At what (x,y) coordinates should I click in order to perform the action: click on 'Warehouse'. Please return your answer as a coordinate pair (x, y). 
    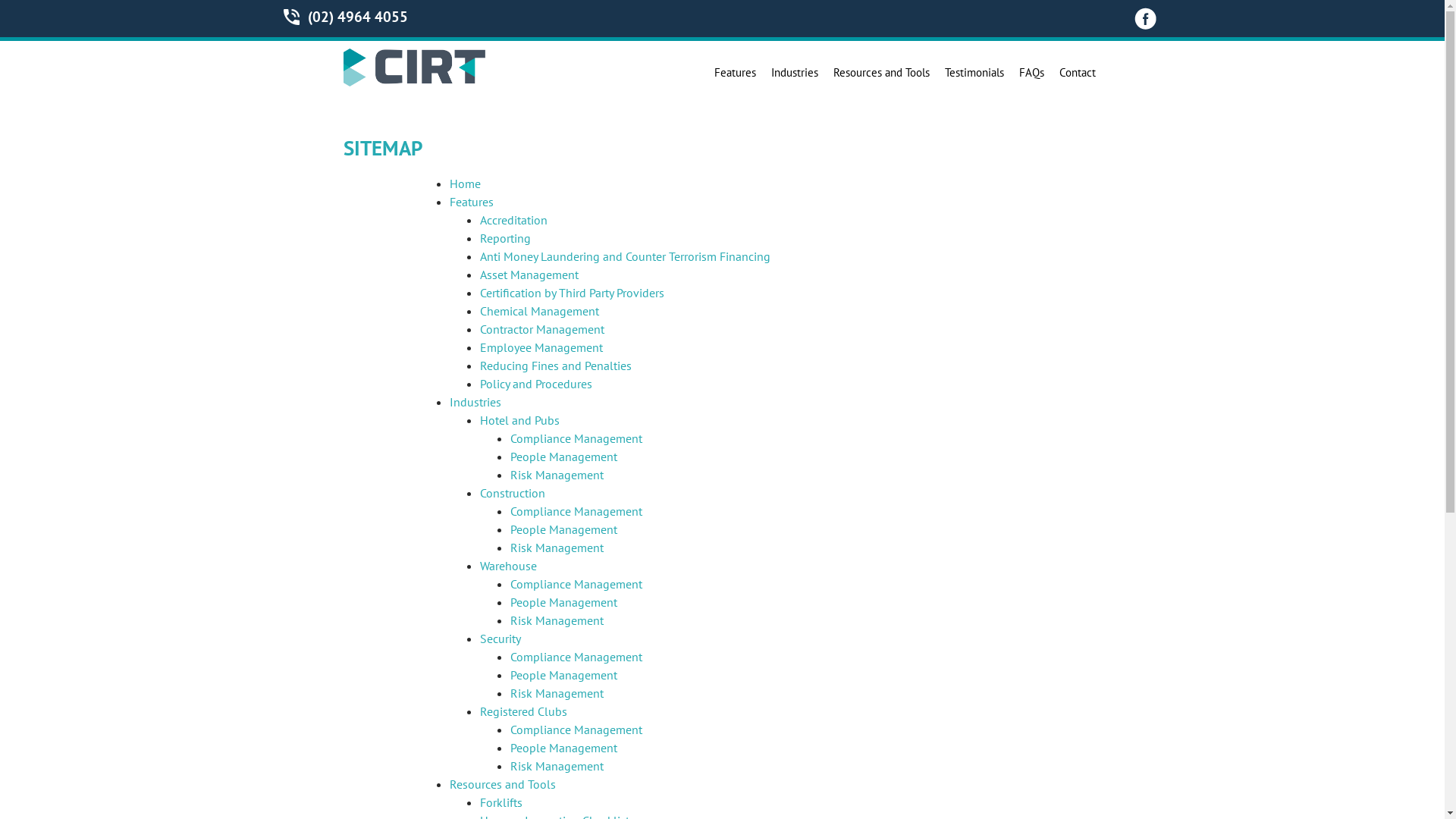
    Looking at the image, I should click on (507, 565).